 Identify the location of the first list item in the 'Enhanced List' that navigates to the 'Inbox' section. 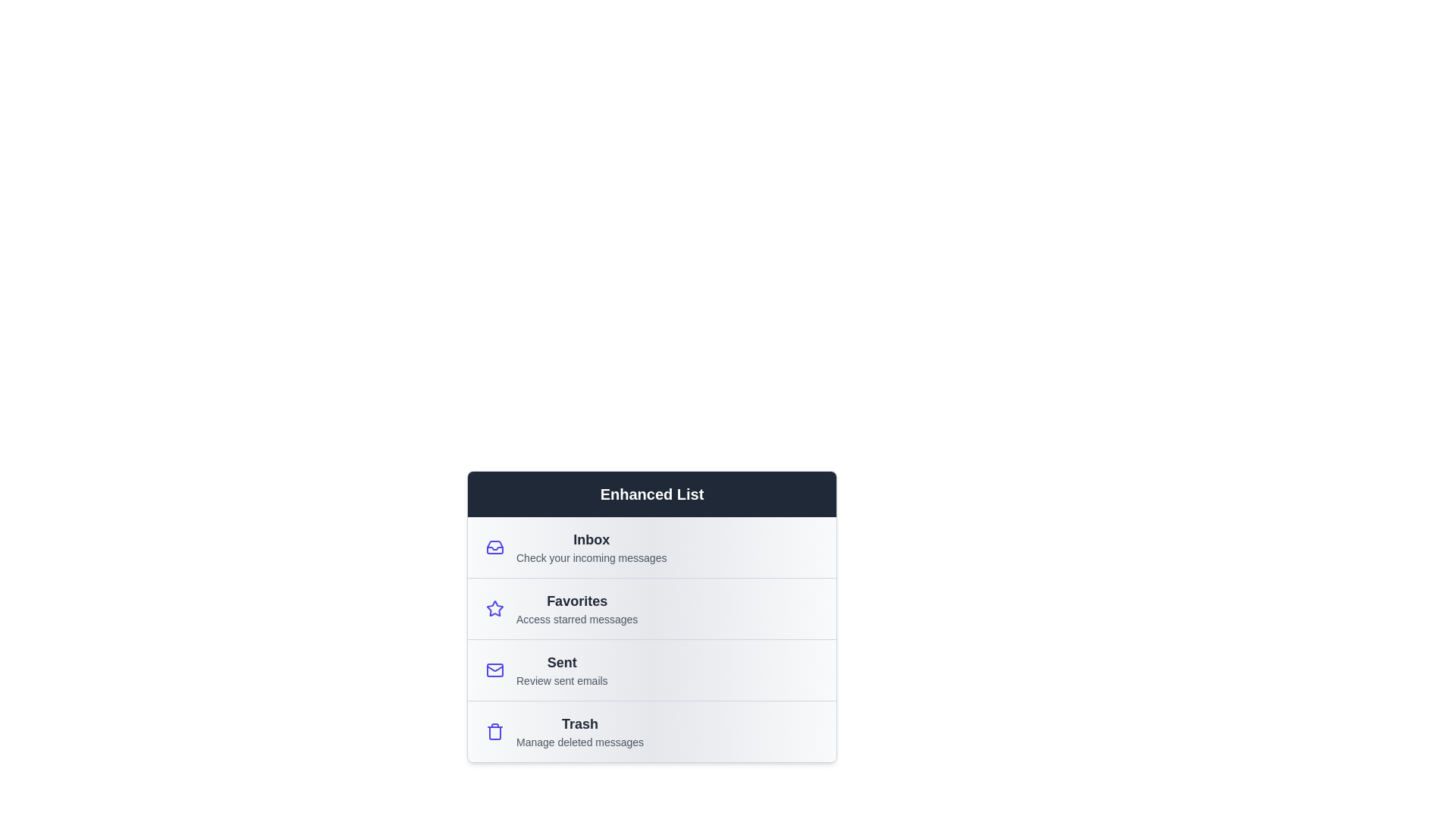
(651, 547).